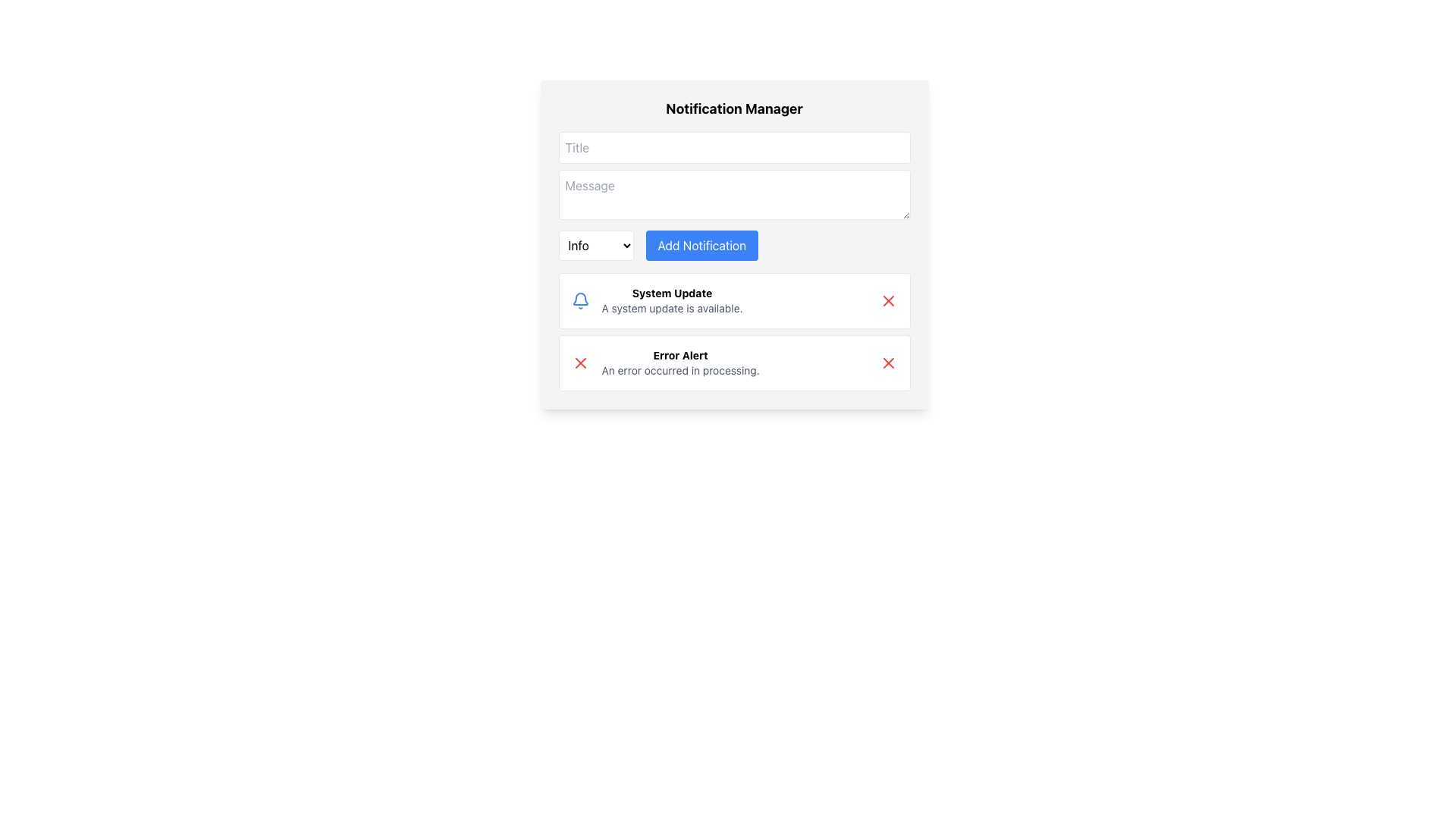 This screenshot has height=819, width=1456. What do you see at coordinates (734, 244) in the screenshot?
I see `the 'Add Notification' button located in the 'Notification Manager' interface for accessibility` at bounding box center [734, 244].